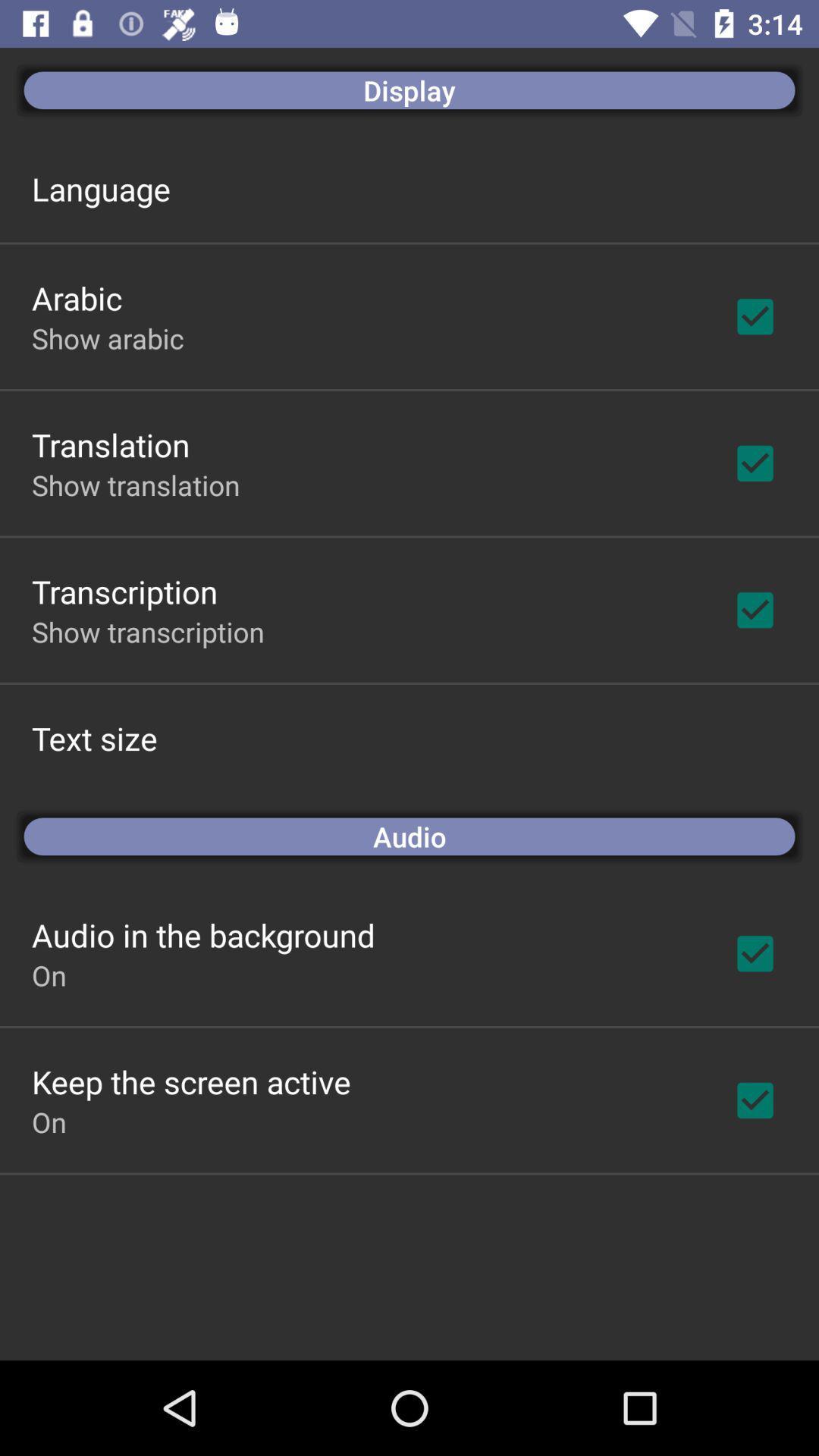 This screenshot has width=819, height=1456. What do you see at coordinates (190, 1081) in the screenshot?
I see `keep the screen icon` at bounding box center [190, 1081].